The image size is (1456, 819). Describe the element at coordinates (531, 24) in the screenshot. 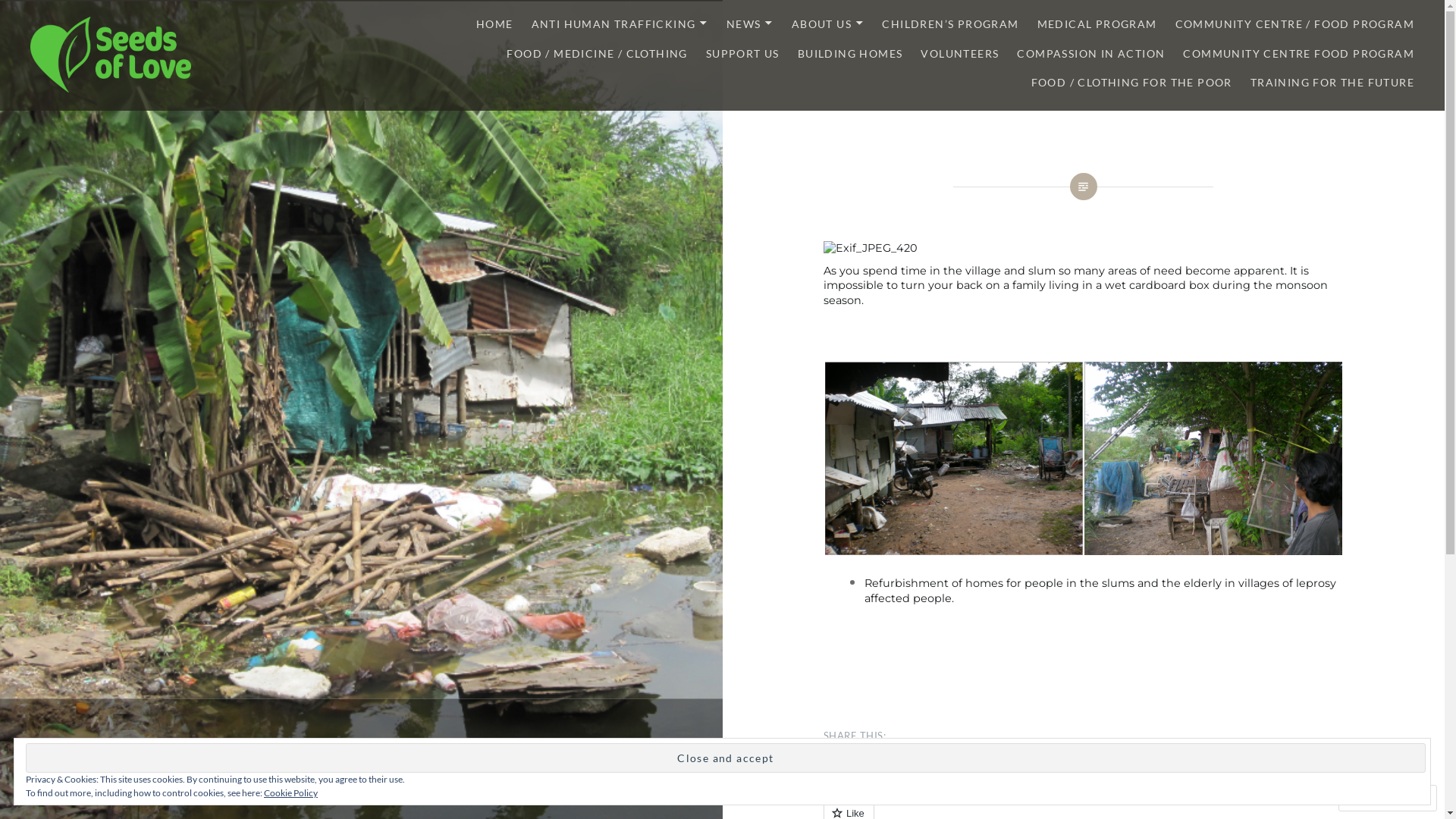

I see `'ANTI HUMAN TRAFFICKING'` at that location.